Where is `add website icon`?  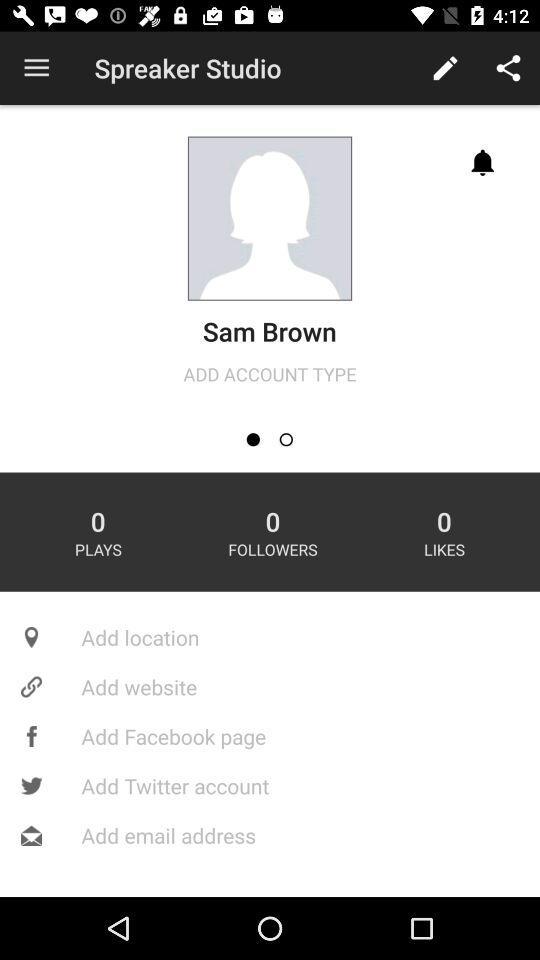
add website icon is located at coordinates (270, 686).